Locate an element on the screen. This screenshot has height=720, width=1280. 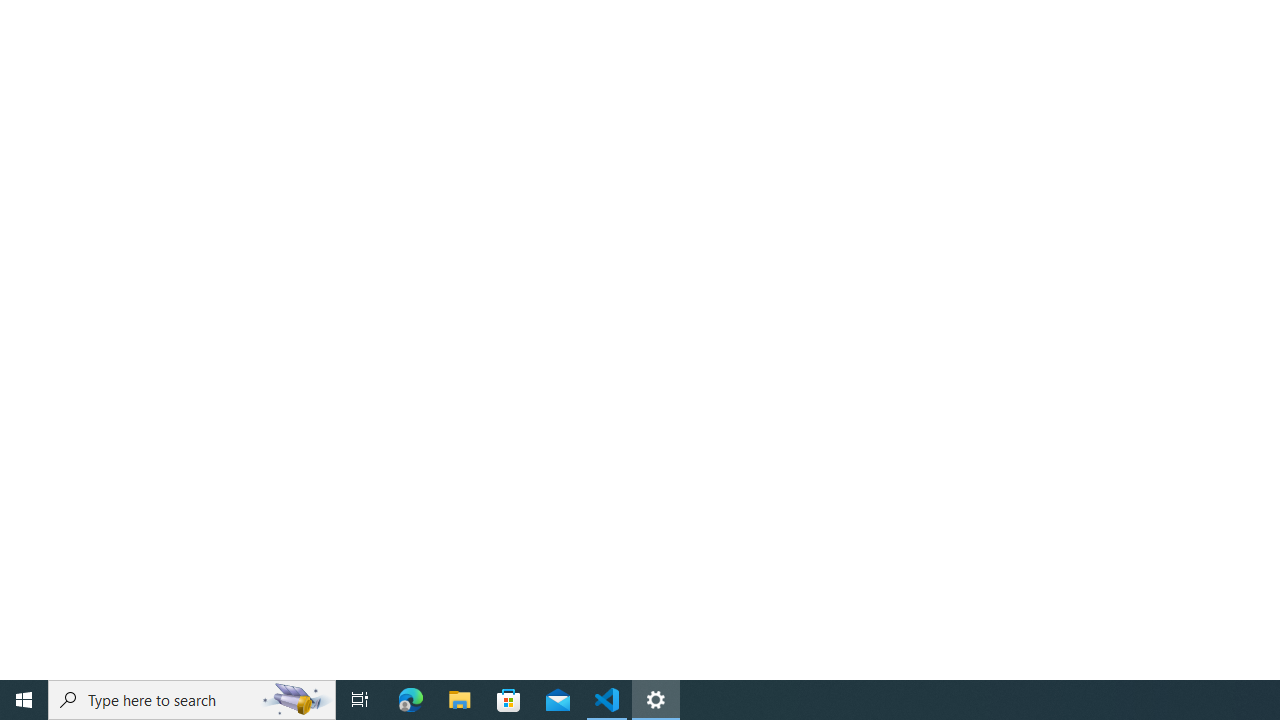
'Start' is located at coordinates (24, 698).